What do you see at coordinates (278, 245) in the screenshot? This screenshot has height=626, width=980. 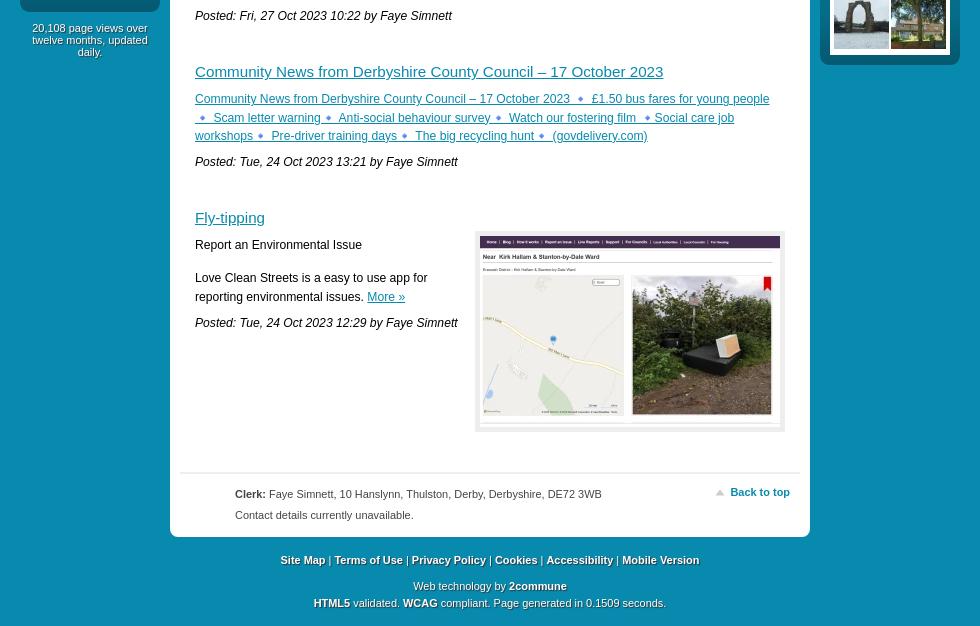 I see `'Report an Environmental Issue'` at bounding box center [278, 245].